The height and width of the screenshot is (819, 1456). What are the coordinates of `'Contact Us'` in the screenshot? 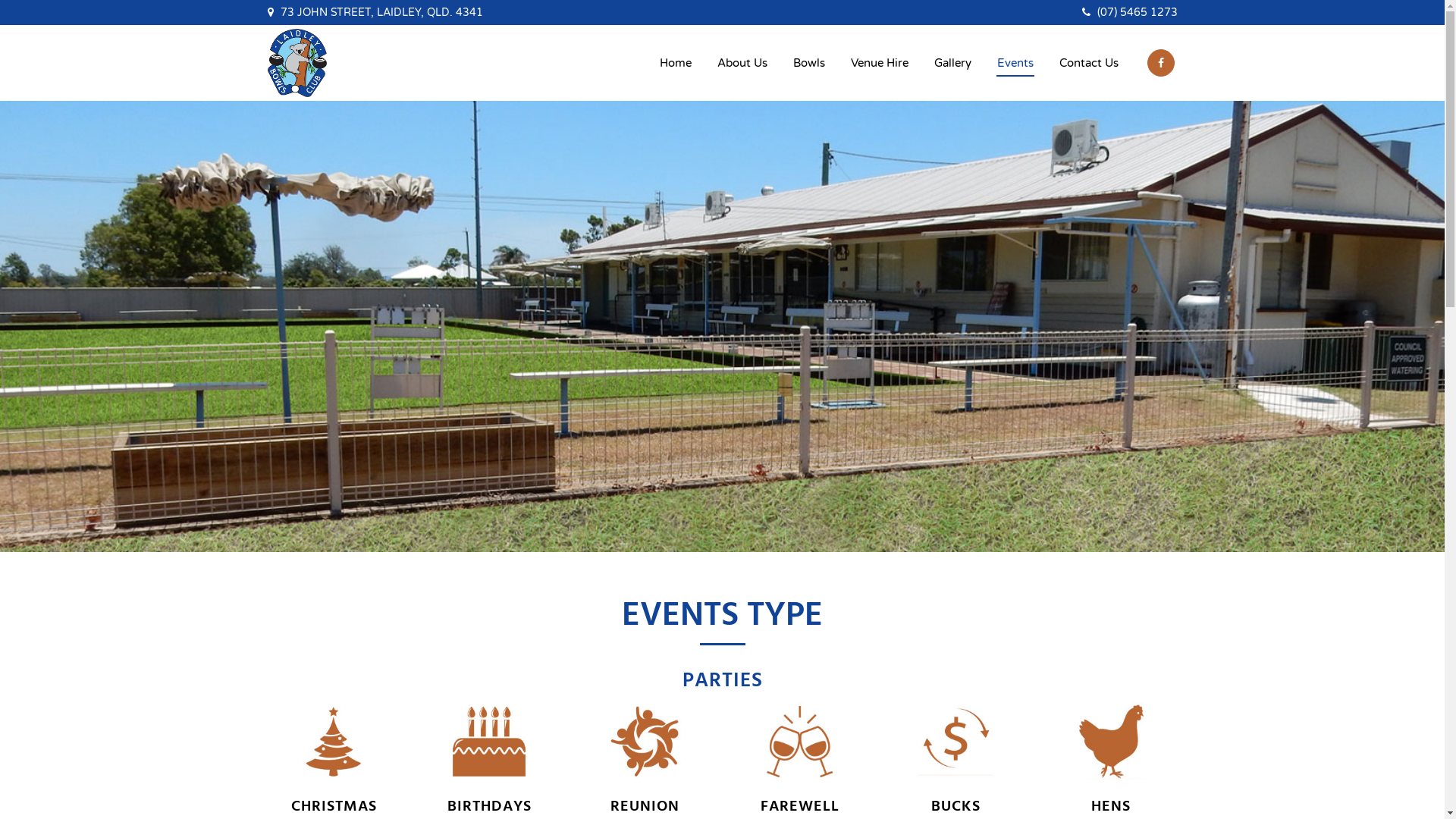 It's located at (1087, 62).